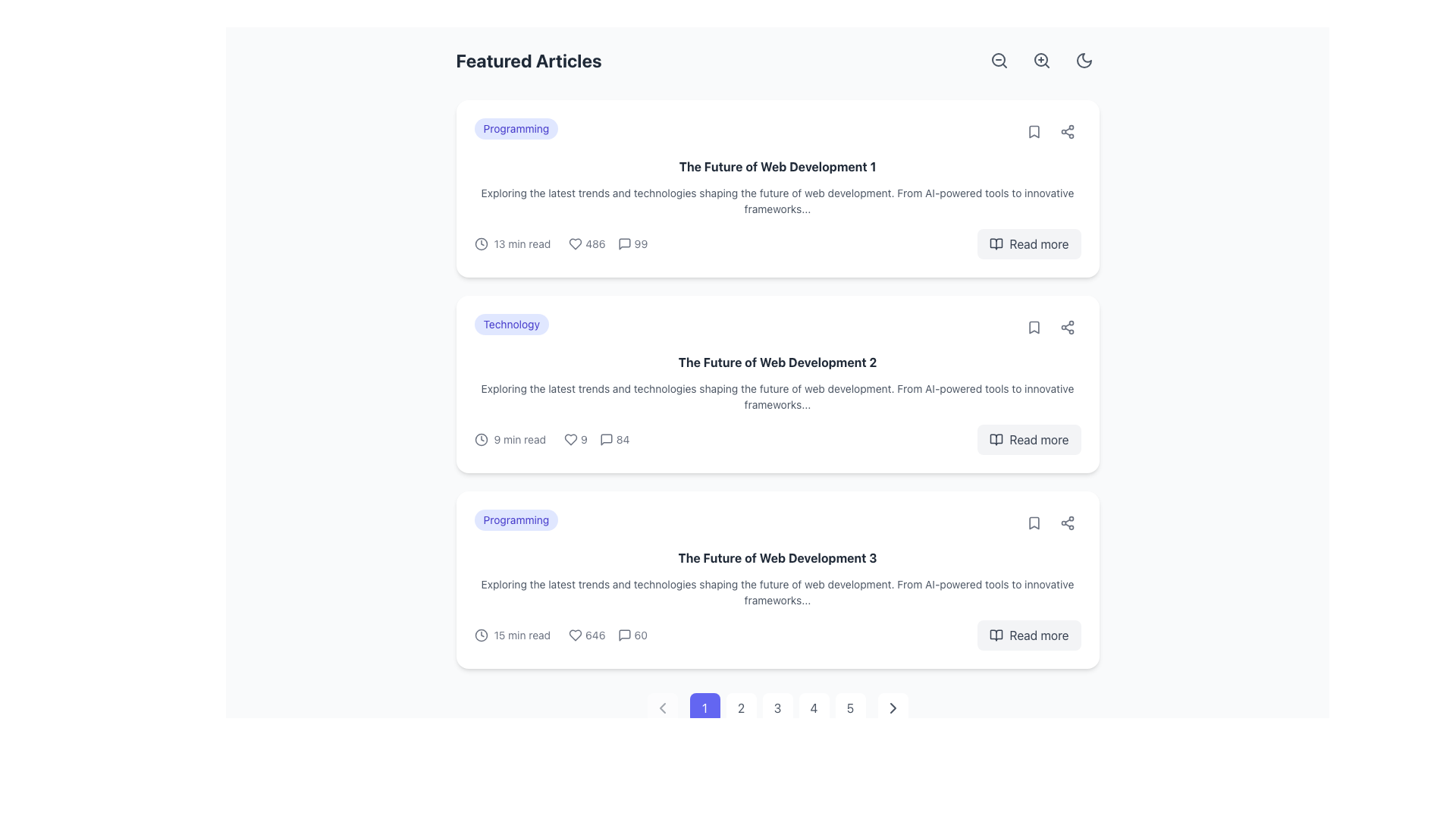  Describe the element at coordinates (575, 243) in the screenshot. I see `the heart-shaped icon outlined in gray to like or unlike the item next to the text '486'` at that location.